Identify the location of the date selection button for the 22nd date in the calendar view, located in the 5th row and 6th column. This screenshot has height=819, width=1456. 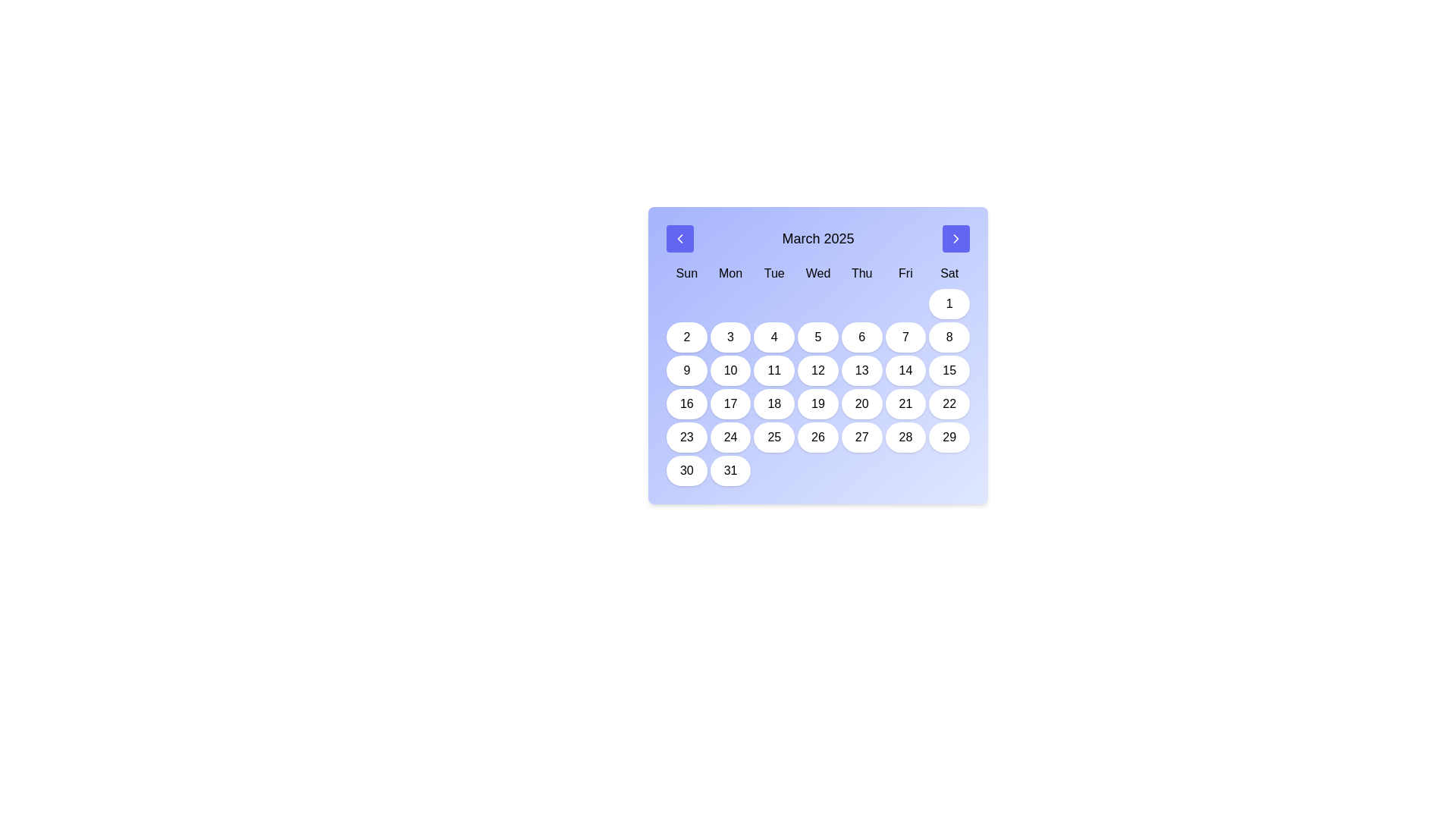
(949, 403).